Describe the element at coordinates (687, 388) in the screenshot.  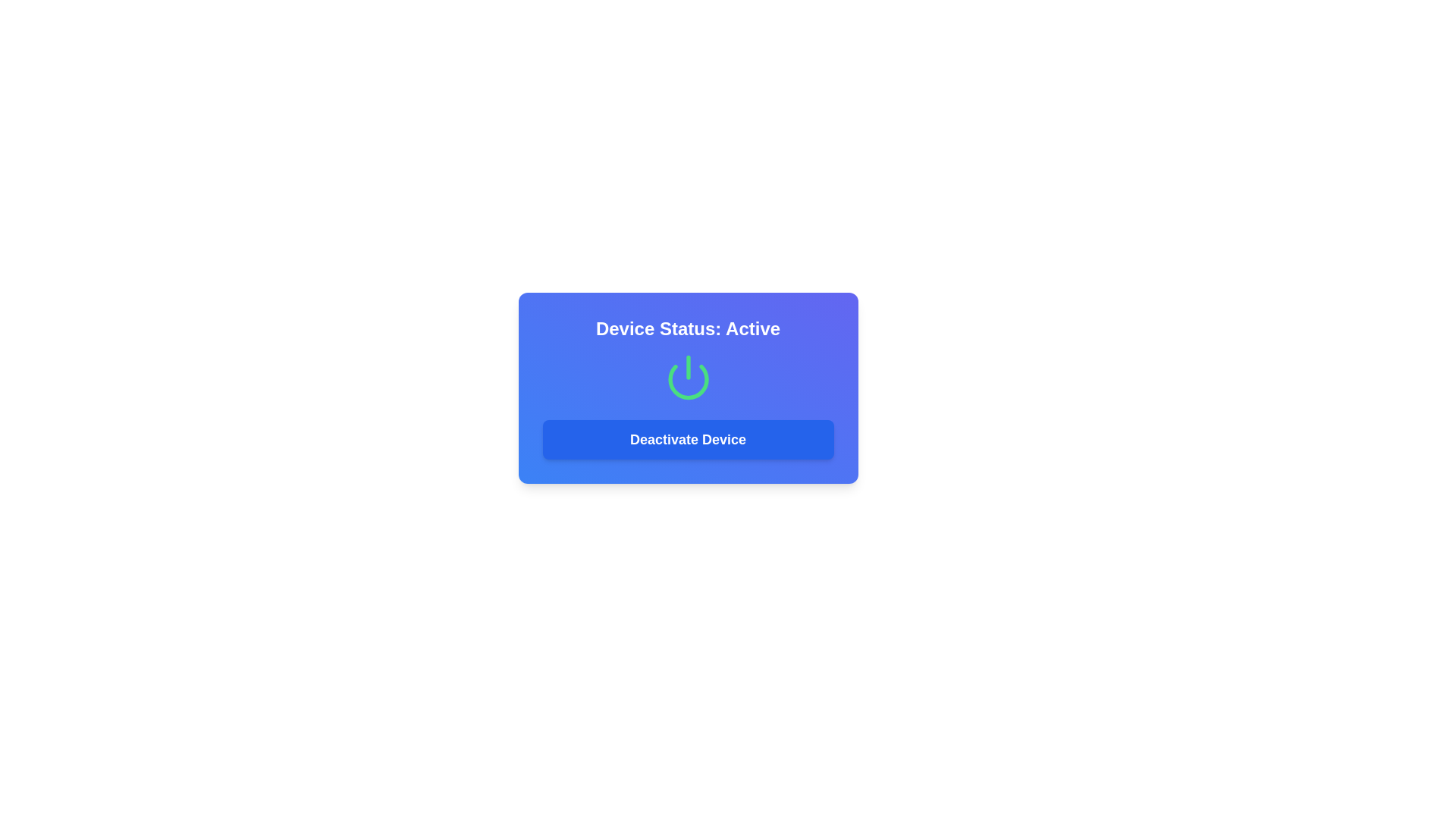
I see `the Informational card with the title 'Device Status: Active' and the 'Deactivate Device' button at the bottom` at that location.